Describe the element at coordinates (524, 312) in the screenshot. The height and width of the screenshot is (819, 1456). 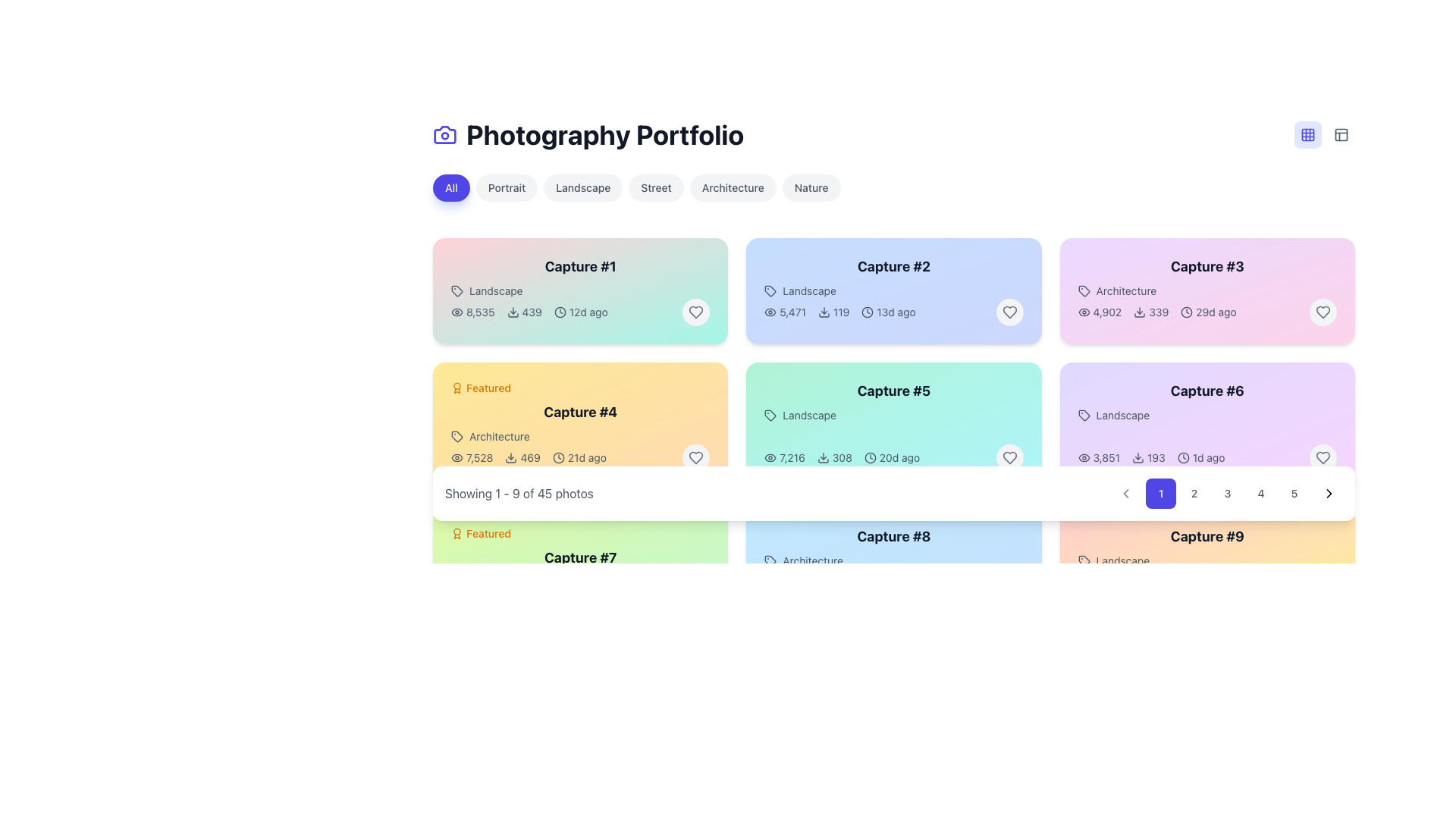
I see `the text element displaying the numeral '439' with a download arrow icon, located between the view count '8,535' and the time indicator '12d ago'` at that location.